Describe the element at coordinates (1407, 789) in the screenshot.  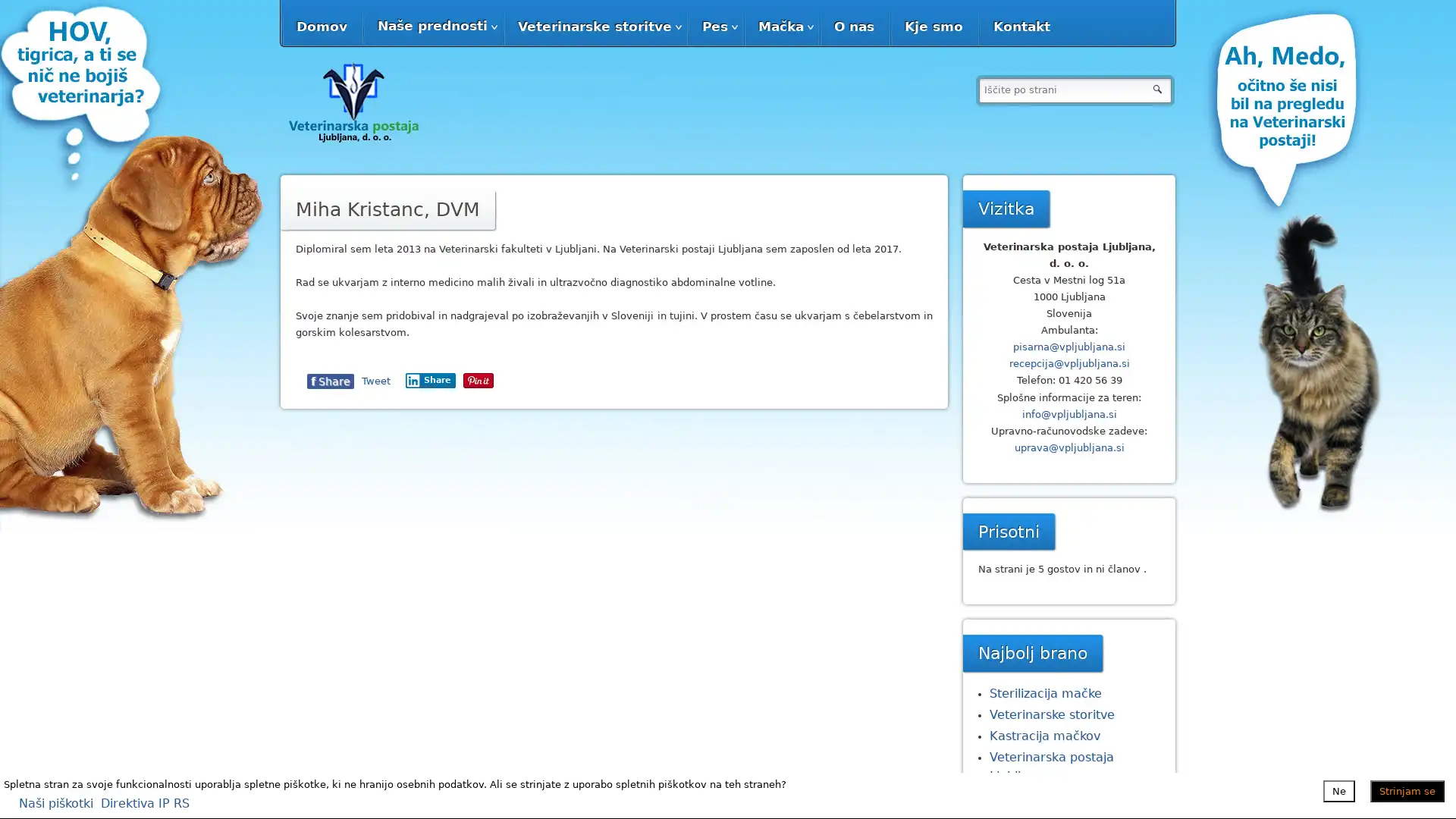
I see `Strinjam se` at that location.